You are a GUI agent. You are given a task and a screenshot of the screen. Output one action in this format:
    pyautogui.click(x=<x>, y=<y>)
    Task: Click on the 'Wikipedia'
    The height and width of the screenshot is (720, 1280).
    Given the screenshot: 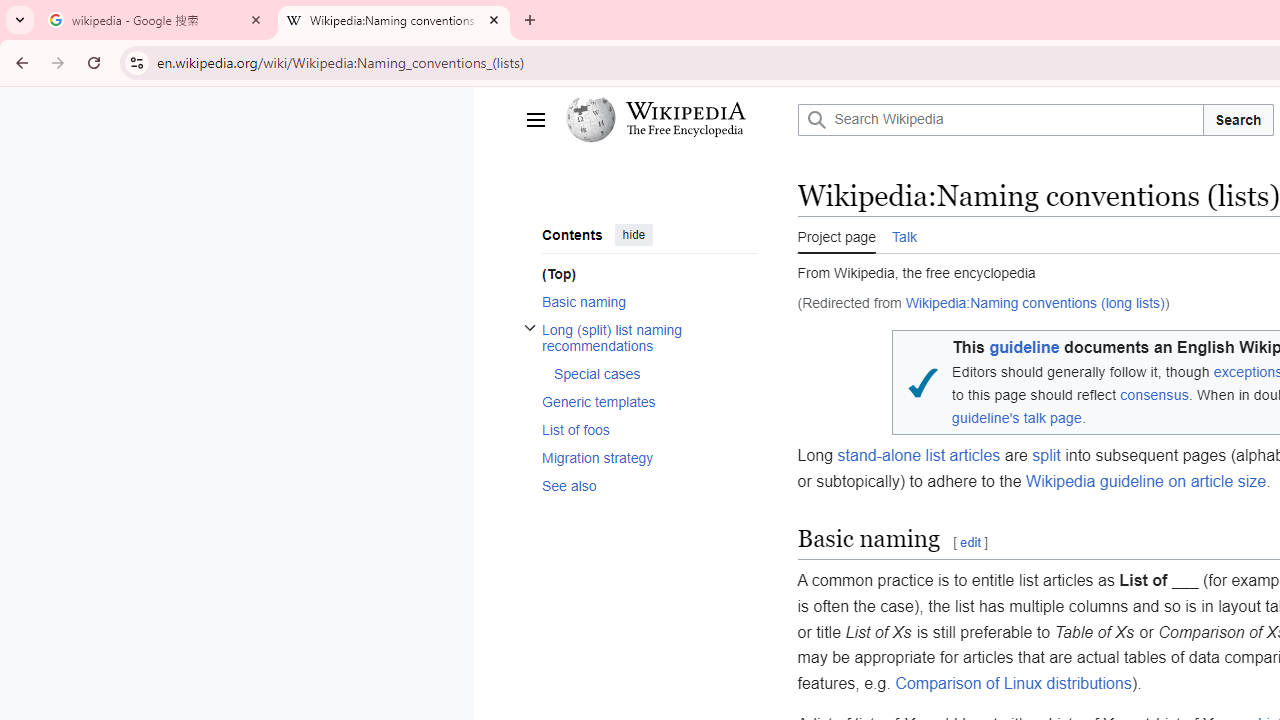 What is the action you would take?
    pyautogui.click(x=685, y=111)
    